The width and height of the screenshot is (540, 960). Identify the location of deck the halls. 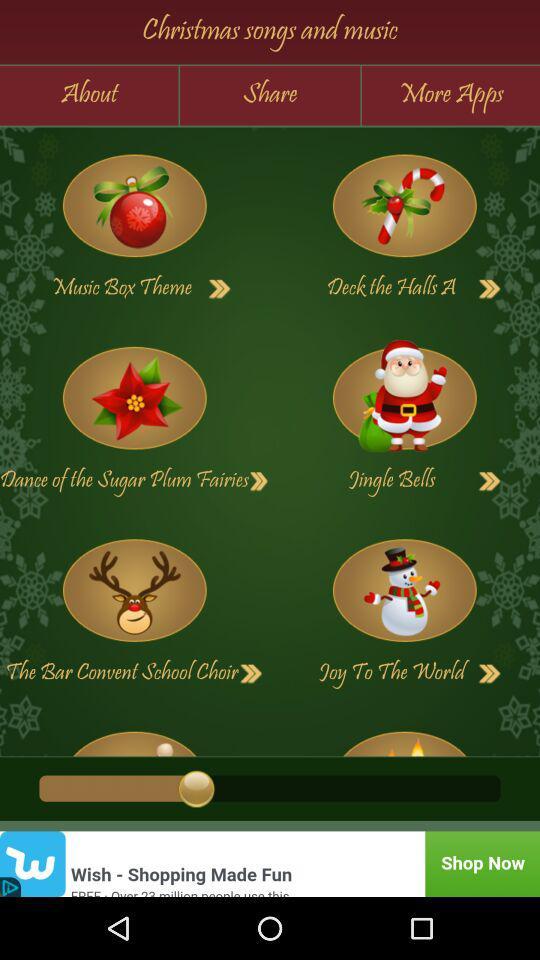
(404, 206).